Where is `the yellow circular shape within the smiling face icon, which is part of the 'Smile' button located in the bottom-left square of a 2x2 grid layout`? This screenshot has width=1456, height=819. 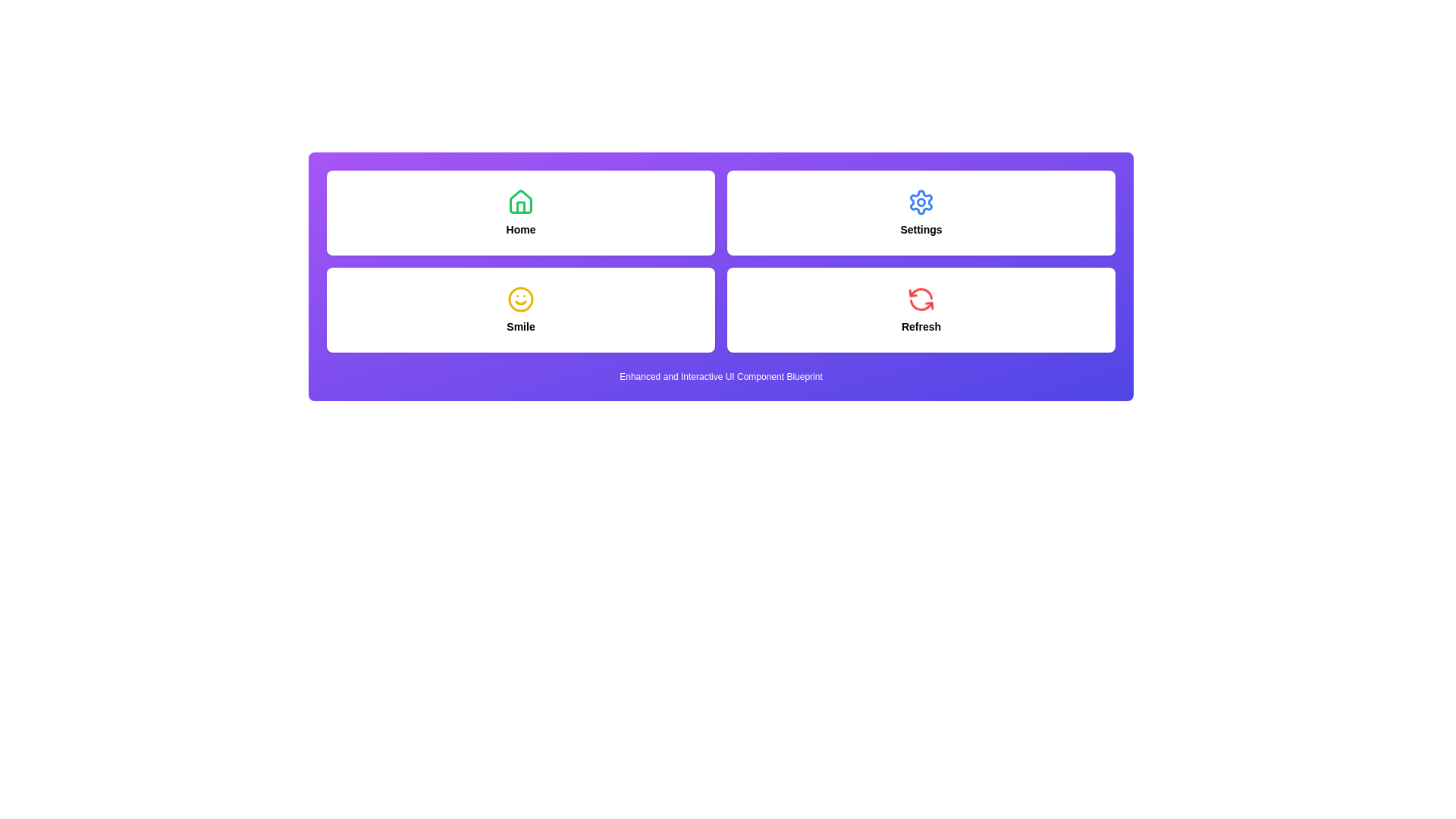
the yellow circular shape within the smiling face icon, which is part of the 'Smile' button located in the bottom-left square of a 2x2 grid layout is located at coordinates (520, 299).